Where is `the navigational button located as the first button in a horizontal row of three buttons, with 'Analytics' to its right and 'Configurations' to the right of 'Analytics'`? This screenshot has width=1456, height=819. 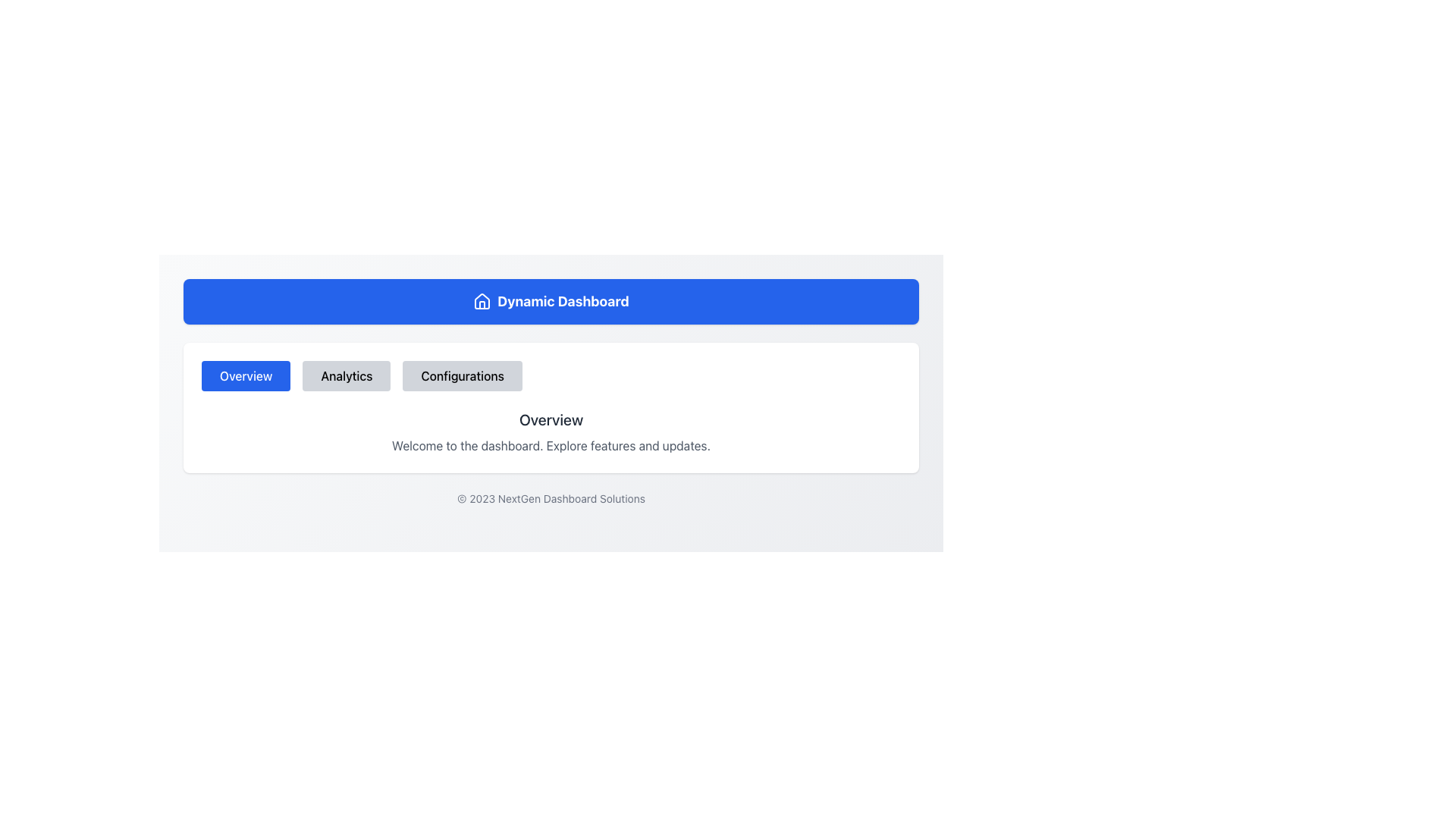 the navigational button located as the first button in a horizontal row of three buttons, with 'Analytics' to its right and 'Configurations' to the right of 'Analytics' is located at coordinates (246, 375).